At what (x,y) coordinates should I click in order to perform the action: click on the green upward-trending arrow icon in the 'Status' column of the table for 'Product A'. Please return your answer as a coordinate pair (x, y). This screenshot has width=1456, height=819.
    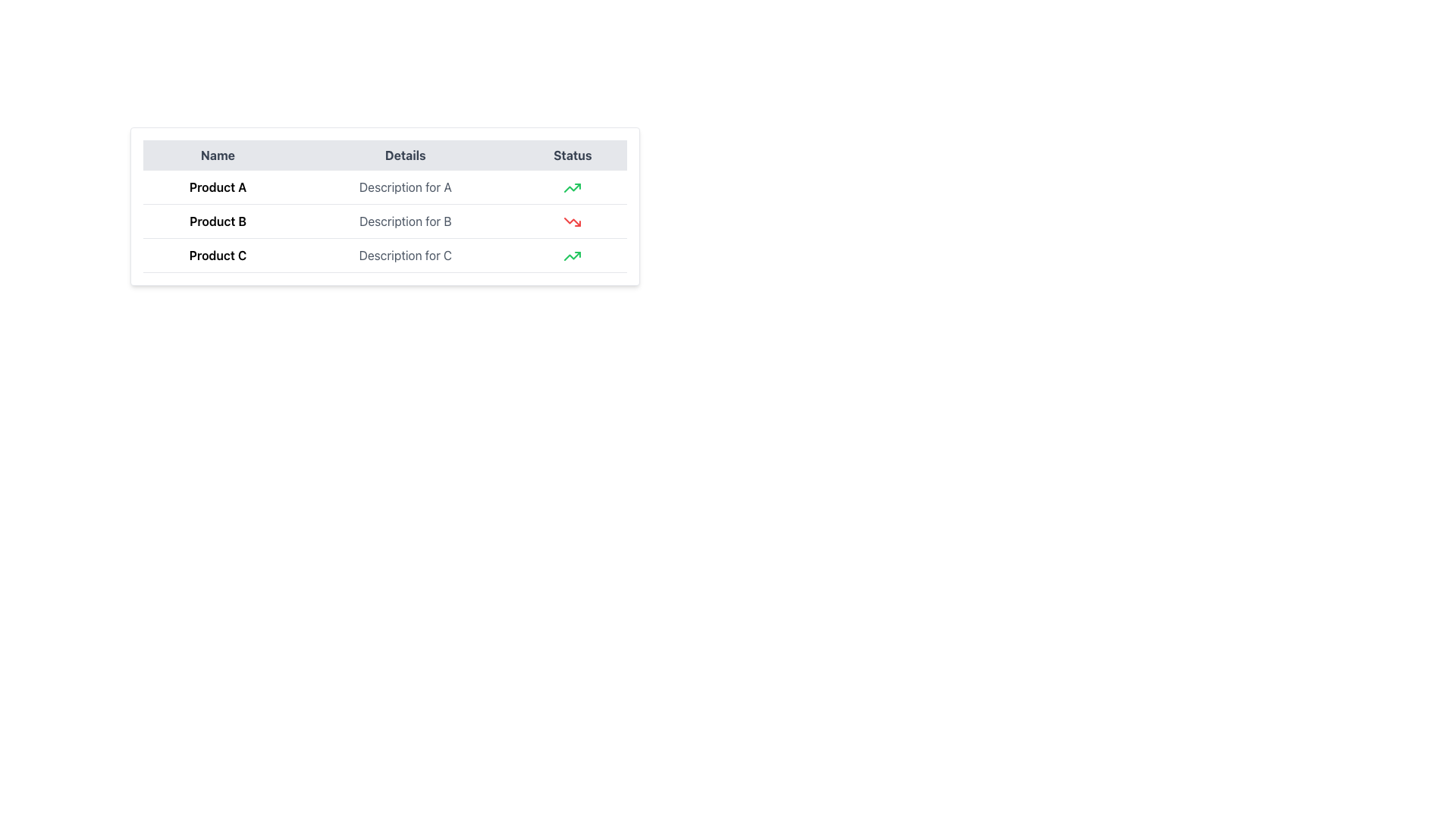
    Looking at the image, I should click on (572, 187).